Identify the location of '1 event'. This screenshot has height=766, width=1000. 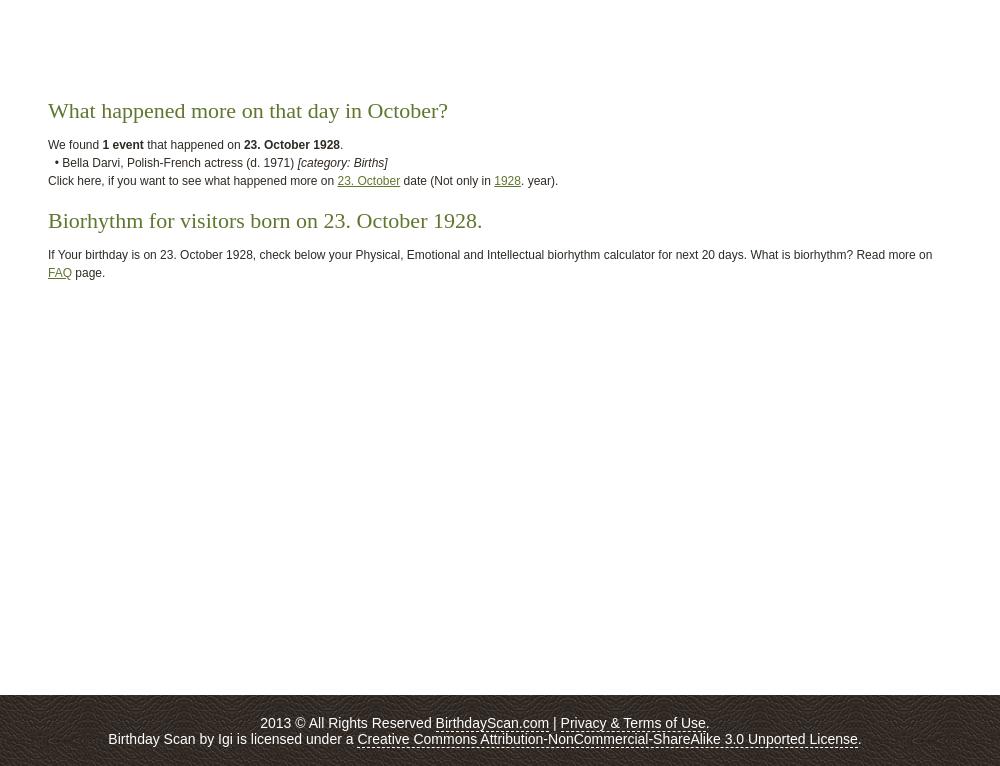
(121, 145).